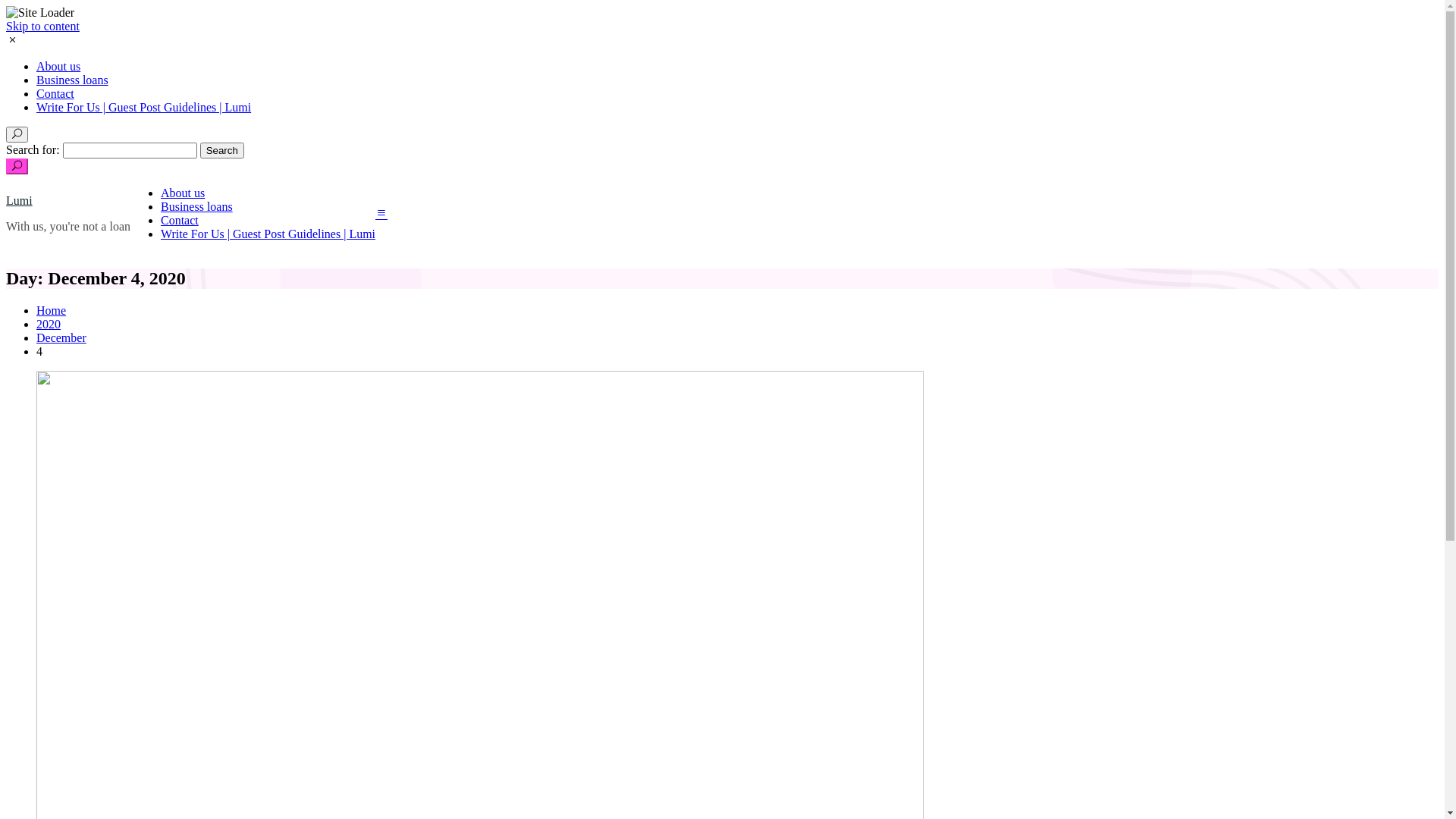 This screenshot has height=819, width=1456. I want to click on 'About us', so click(182, 192).